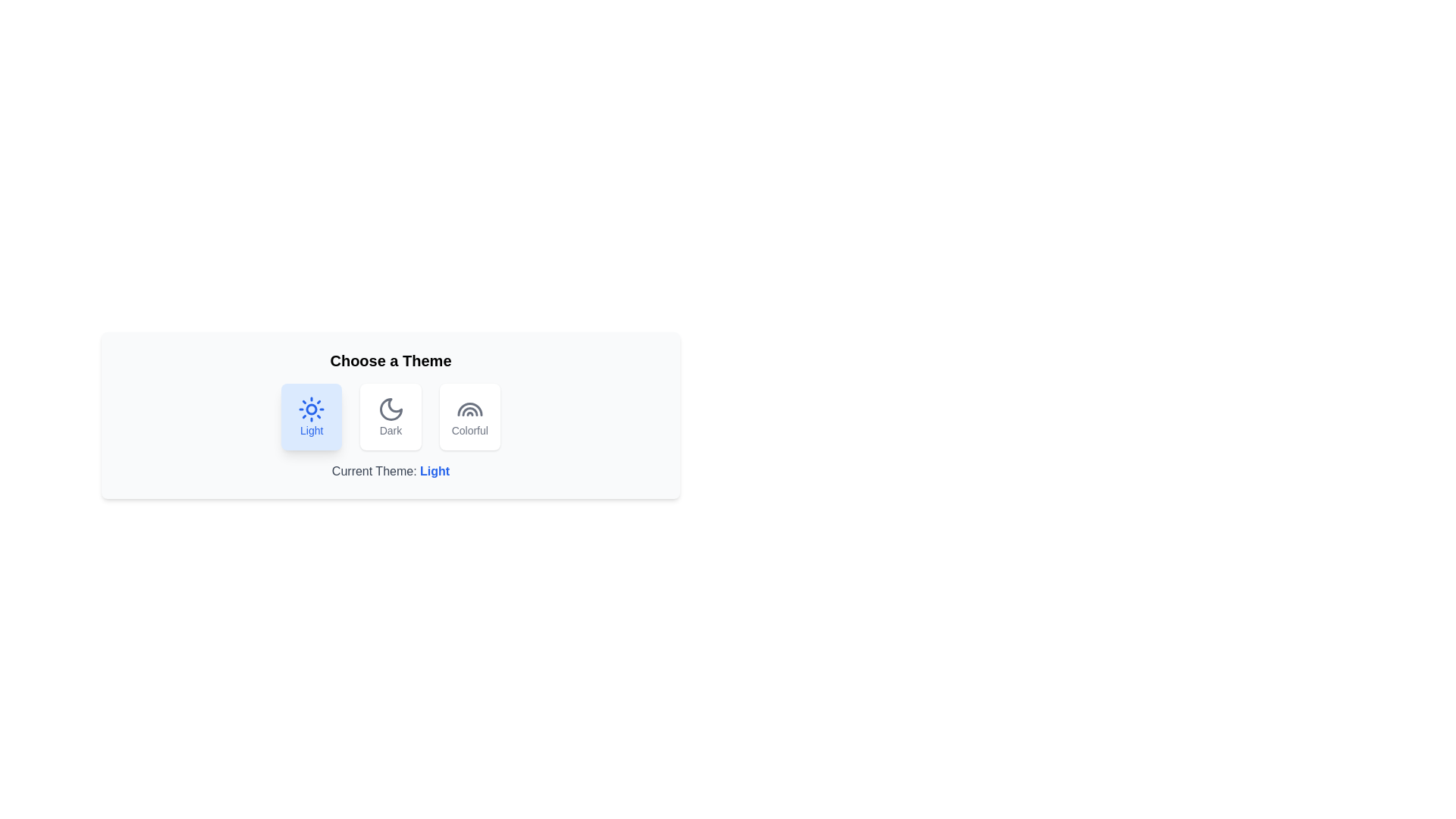  What do you see at coordinates (311, 417) in the screenshot?
I see `the Light button to see the hover effect` at bounding box center [311, 417].